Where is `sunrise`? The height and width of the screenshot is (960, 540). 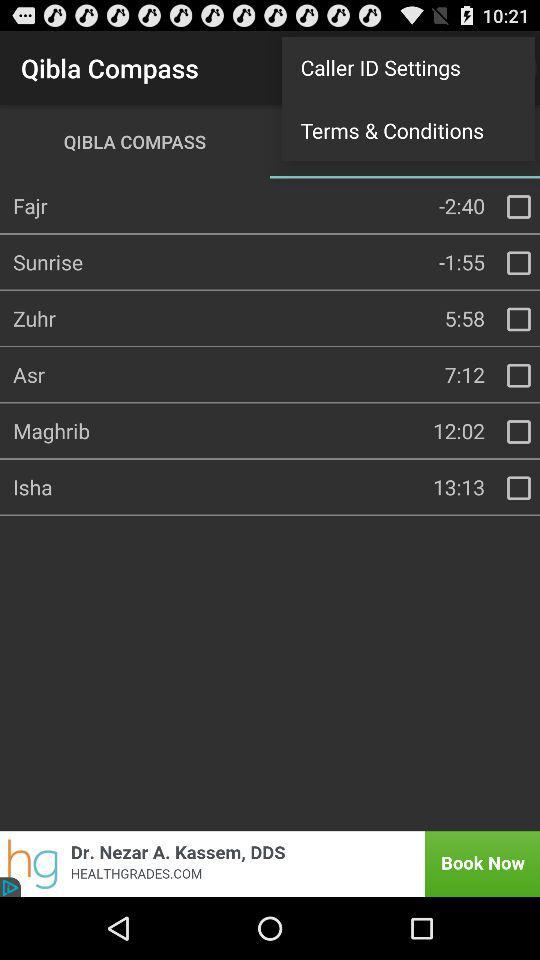
sunrise is located at coordinates (518, 262).